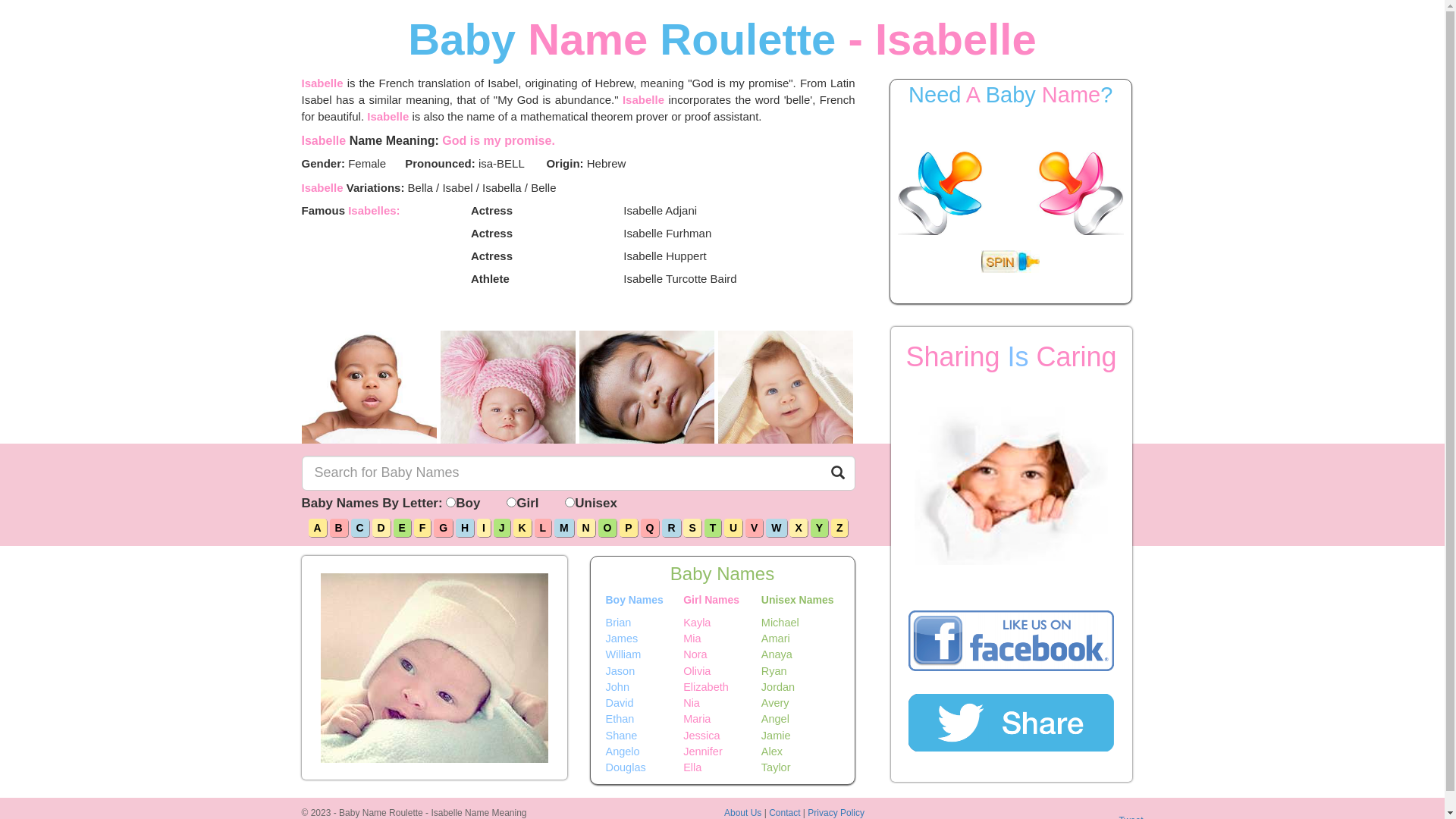  Describe the element at coordinates (682, 599) in the screenshot. I see `'Girl Names'` at that location.